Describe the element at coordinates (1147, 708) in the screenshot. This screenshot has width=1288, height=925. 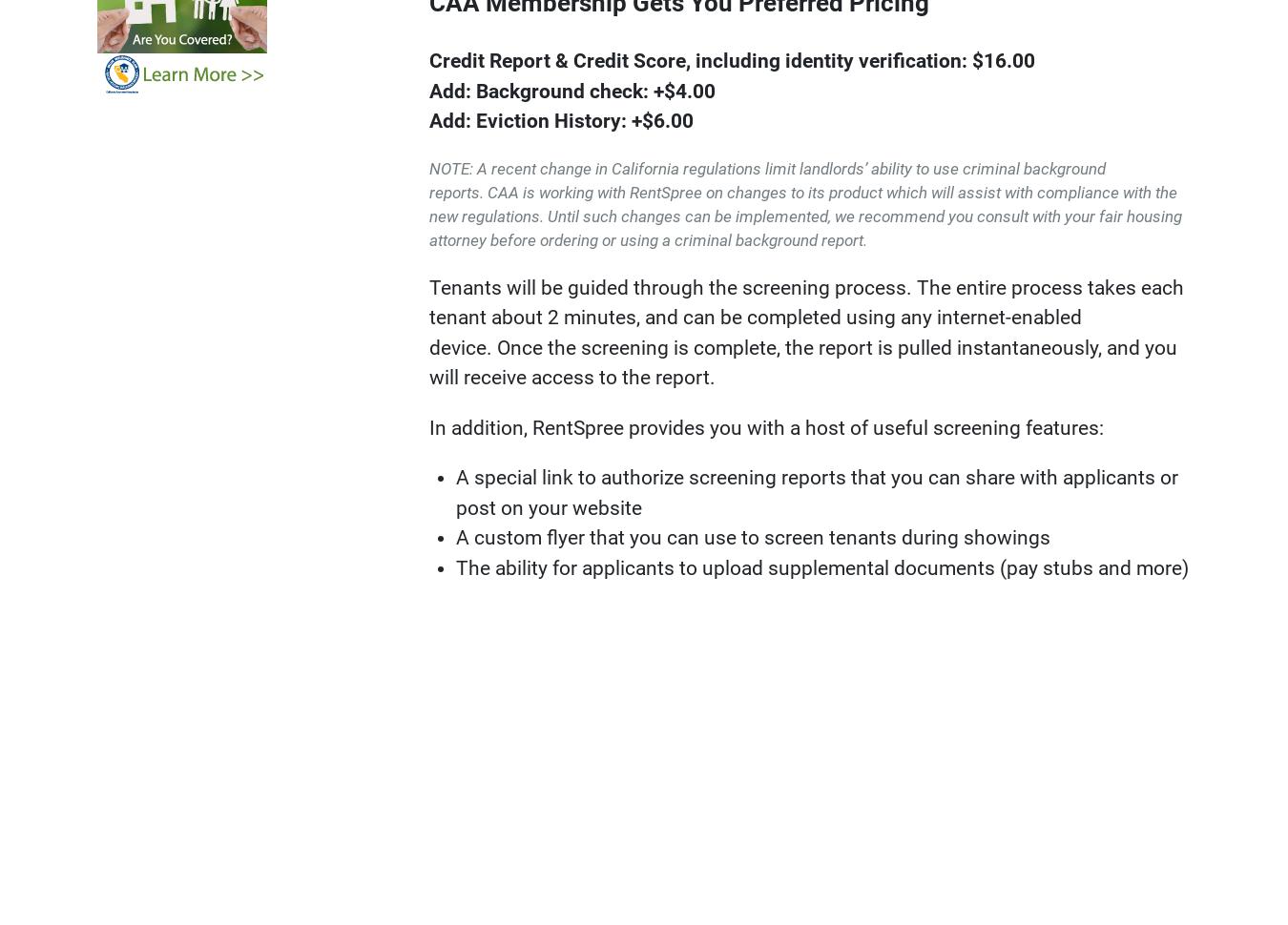
I see `'Accessibility'` at that location.